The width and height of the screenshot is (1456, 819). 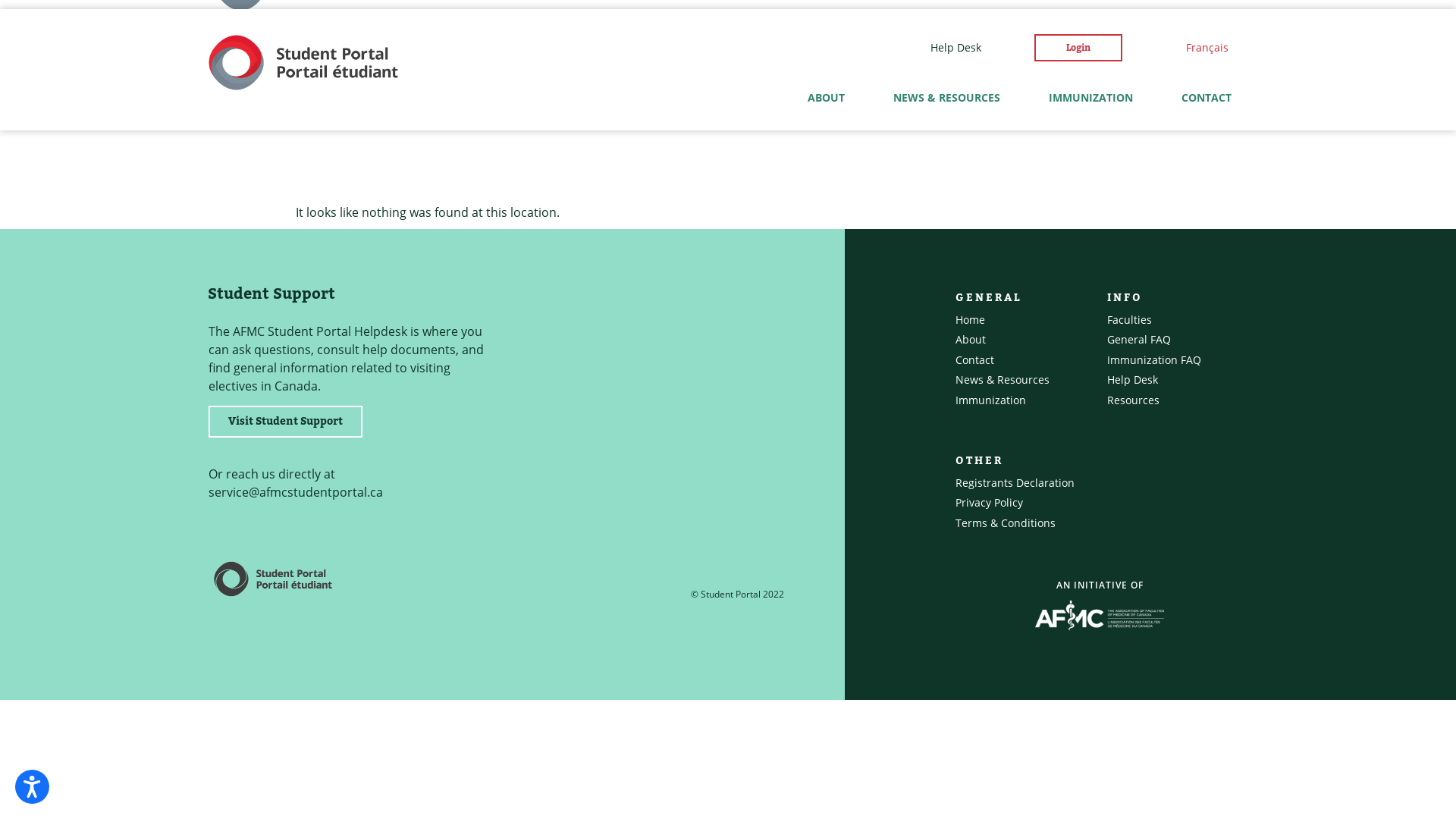 What do you see at coordinates (1090, 97) in the screenshot?
I see `'IMMUNIZATION'` at bounding box center [1090, 97].